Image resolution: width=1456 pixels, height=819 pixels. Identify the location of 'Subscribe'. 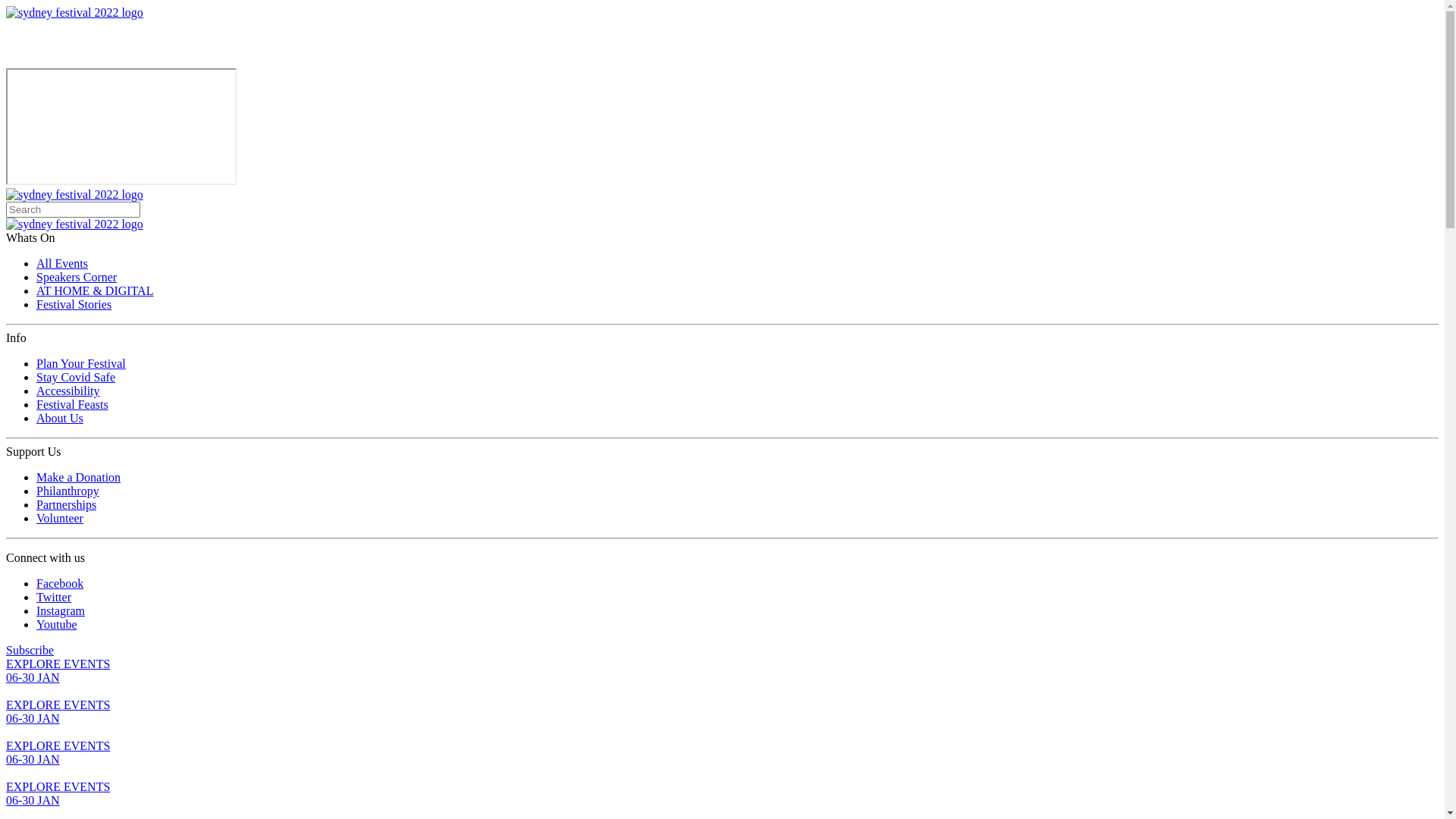
(6, 649).